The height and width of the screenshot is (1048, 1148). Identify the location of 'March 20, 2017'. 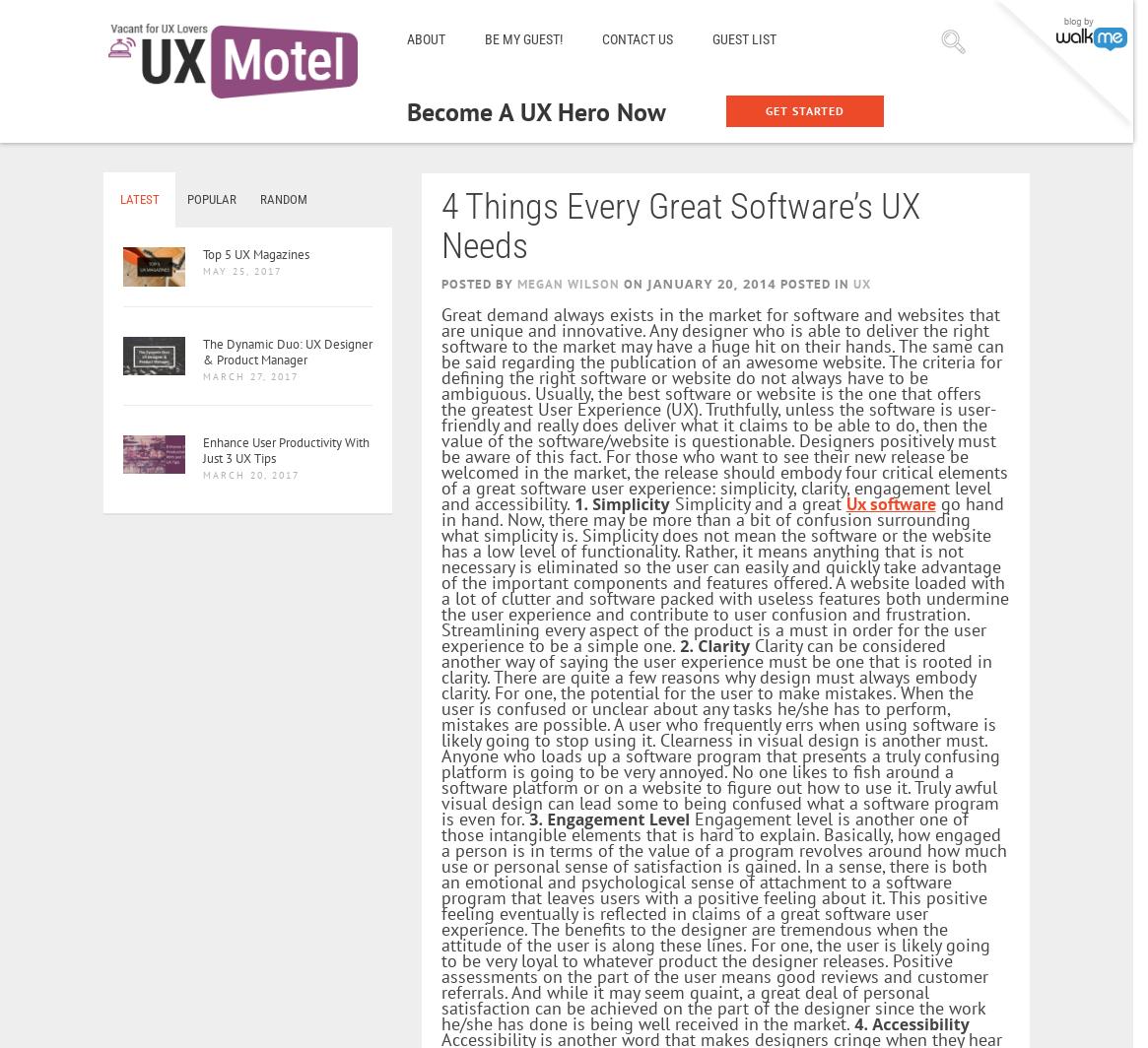
(251, 474).